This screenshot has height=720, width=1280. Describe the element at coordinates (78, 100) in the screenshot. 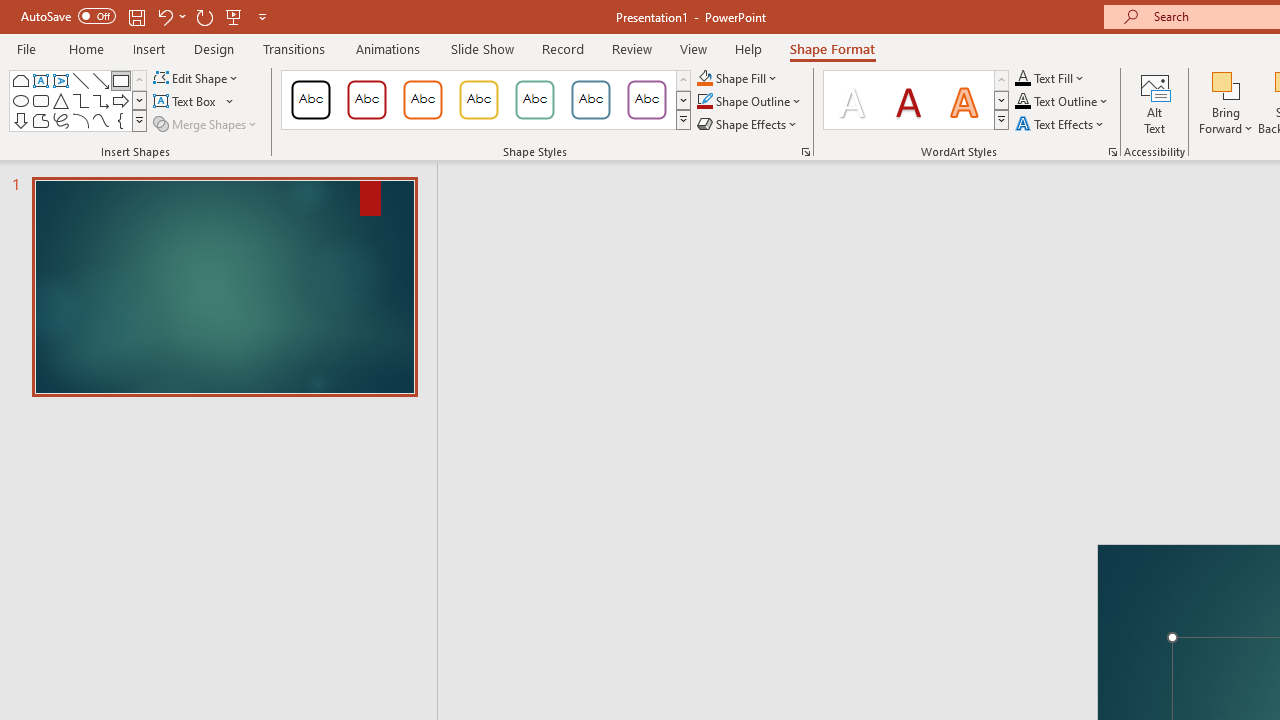

I see `'AutomationID: ShapesInsertGallery'` at that location.